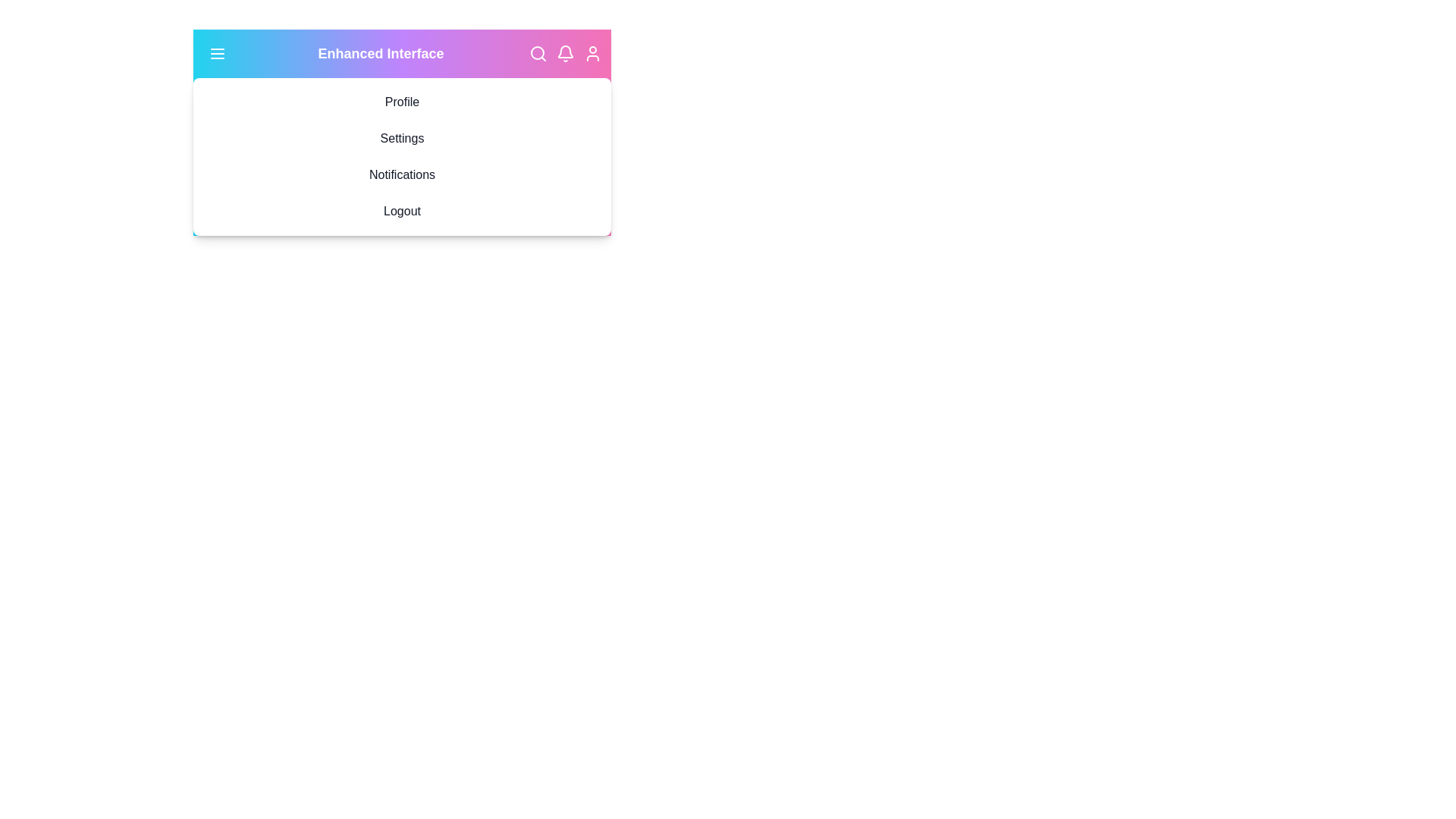 This screenshot has height=819, width=1456. I want to click on the menu option Logout to observe its hover effect, so click(402, 211).